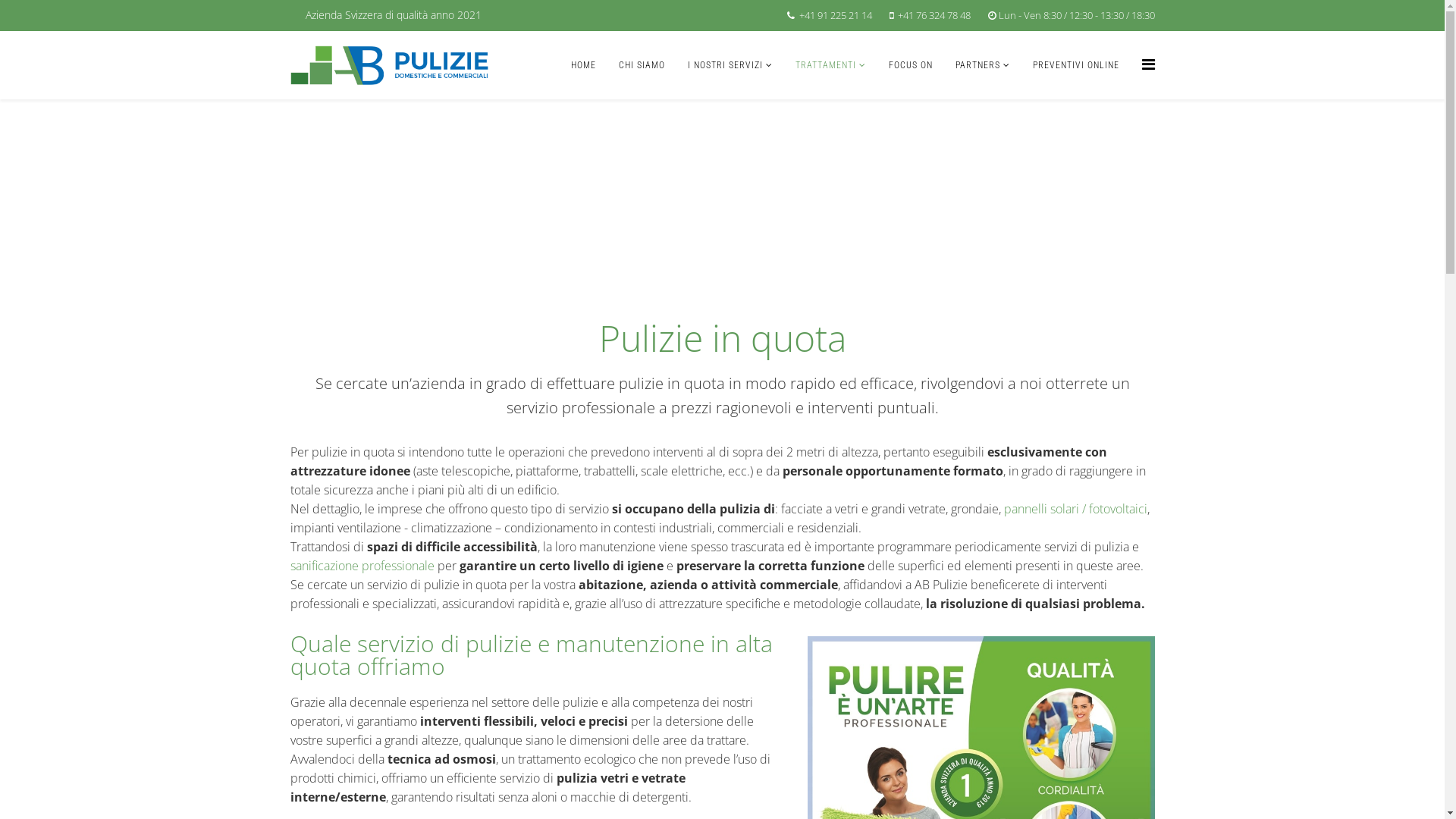 This screenshot has height=819, width=1456. What do you see at coordinates (835, 15) in the screenshot?
I see `'+41 91 225 21 14'` at bounding box center [835, 15].